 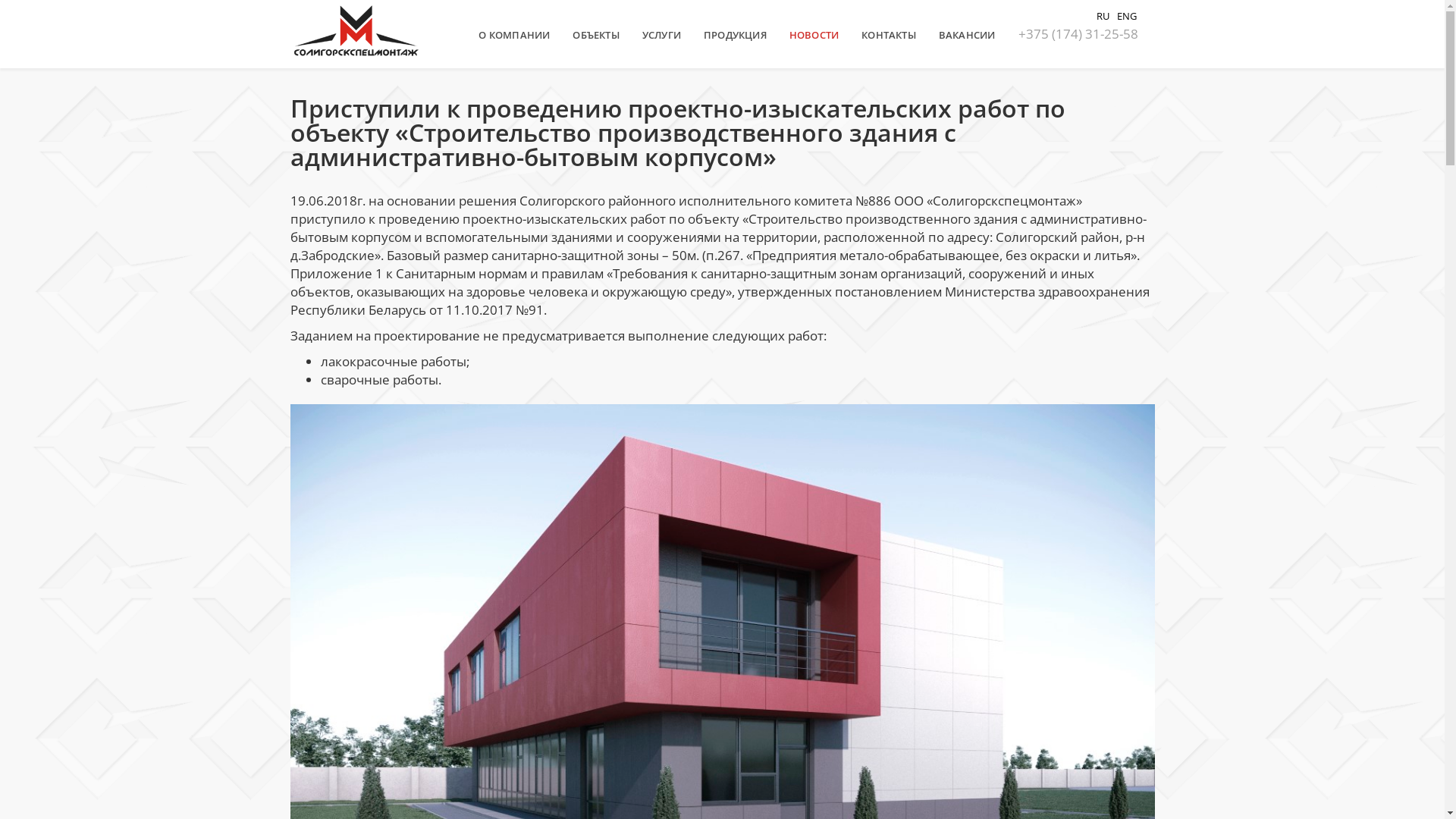 What do you see at coordinates (1076, 33) in the screenshot?
I see `'+375 (174) 31-25-58'` at bounding box center [1076, 33].